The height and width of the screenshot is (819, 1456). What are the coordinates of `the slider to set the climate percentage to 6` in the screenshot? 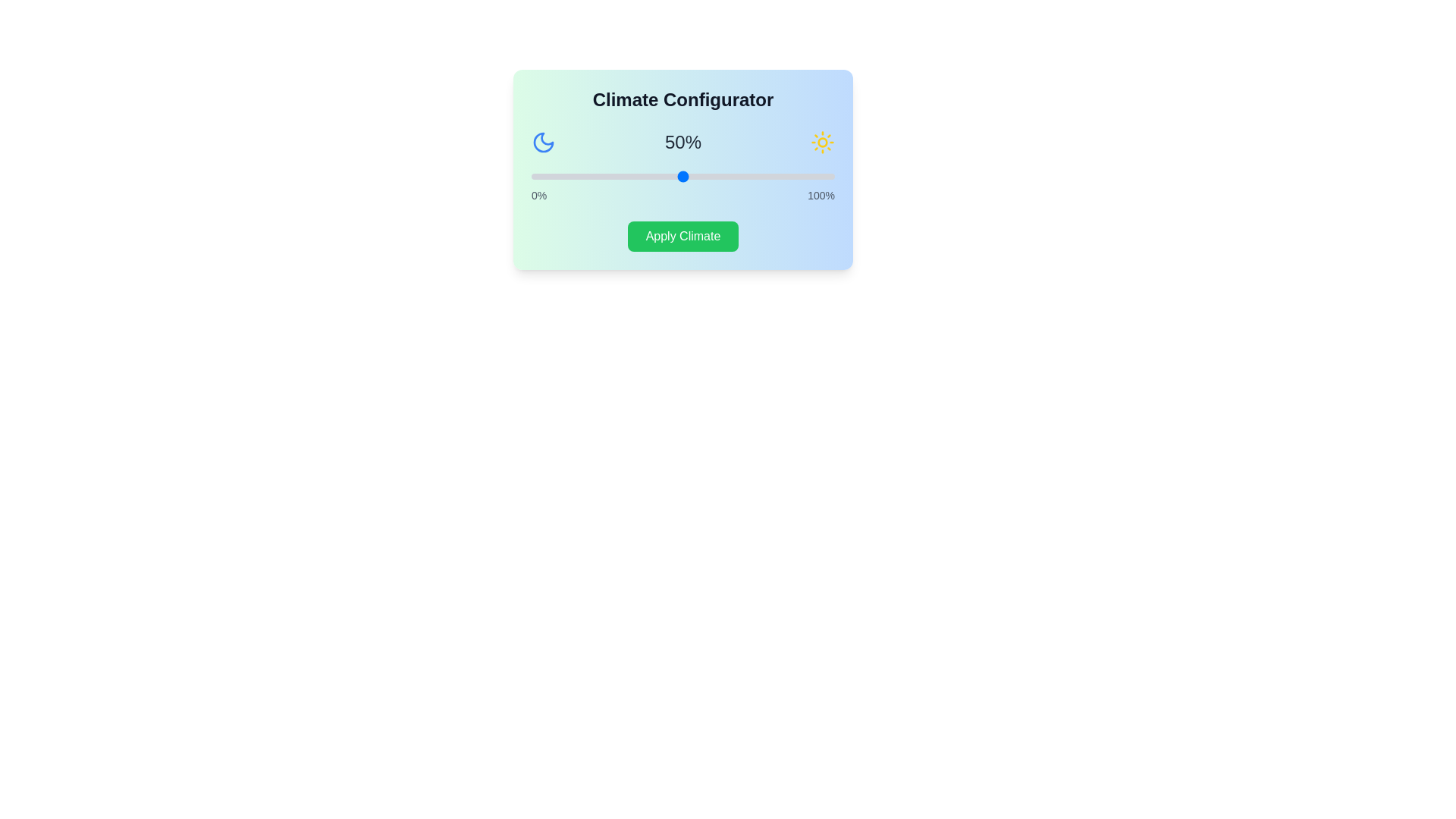 It's located at (548, 175).